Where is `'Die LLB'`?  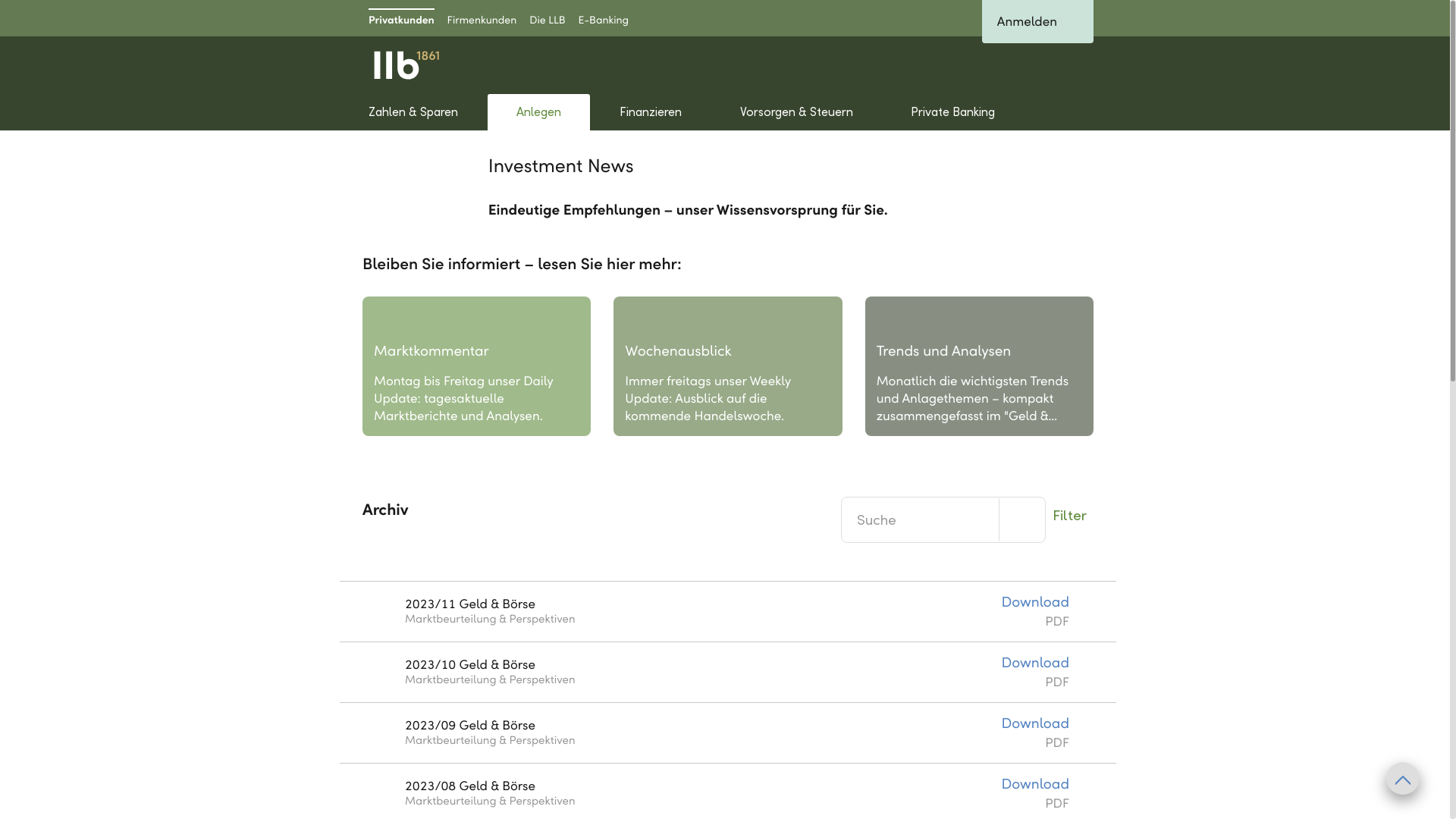 'Die LLB' is located at coordinates (546, 17).